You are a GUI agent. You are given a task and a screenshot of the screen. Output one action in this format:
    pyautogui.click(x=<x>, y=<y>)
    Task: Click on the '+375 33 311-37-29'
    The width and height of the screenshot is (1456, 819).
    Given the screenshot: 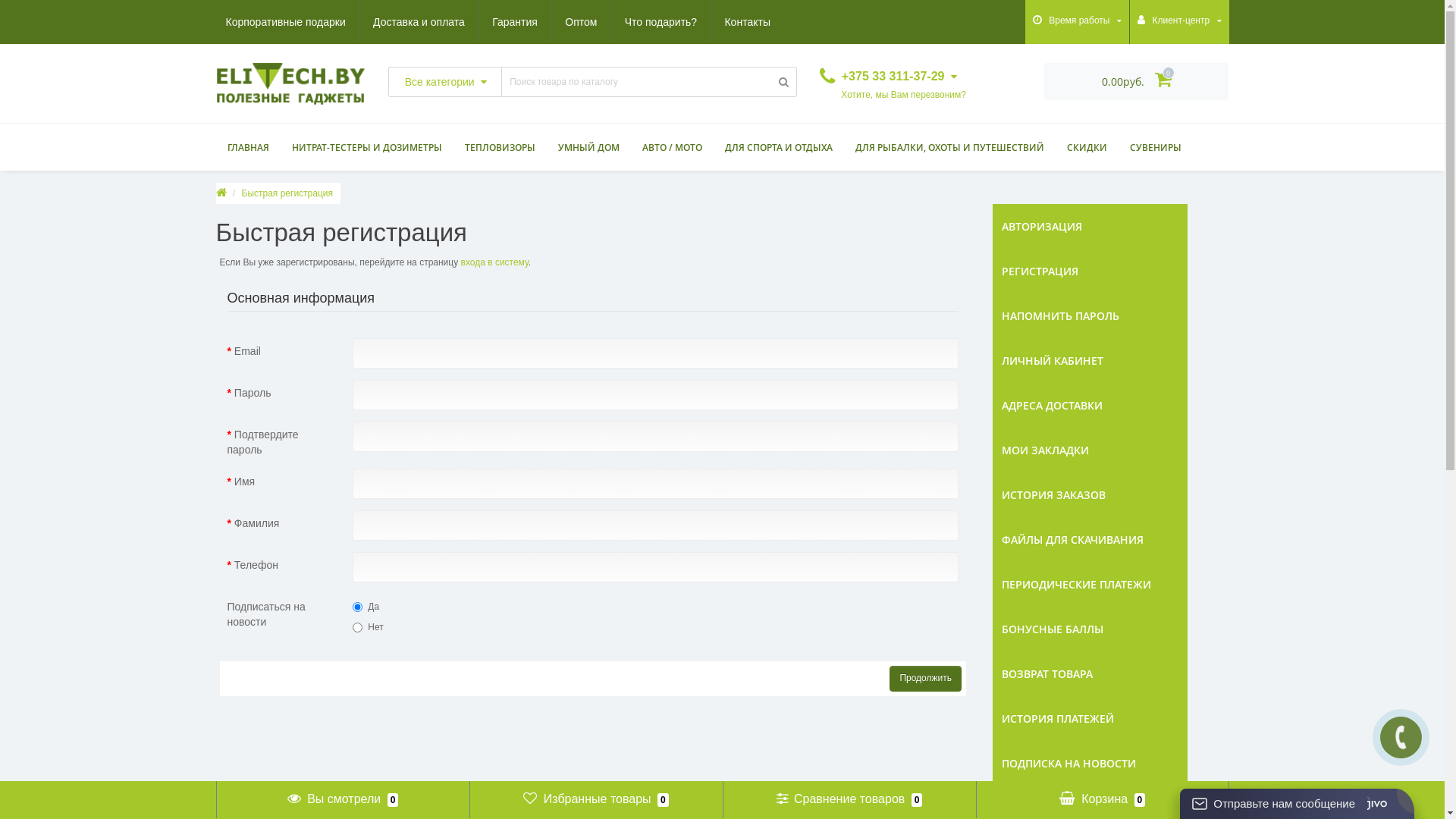 What is the action you would take?
    pyautogui.click(x=888, y=76)
    